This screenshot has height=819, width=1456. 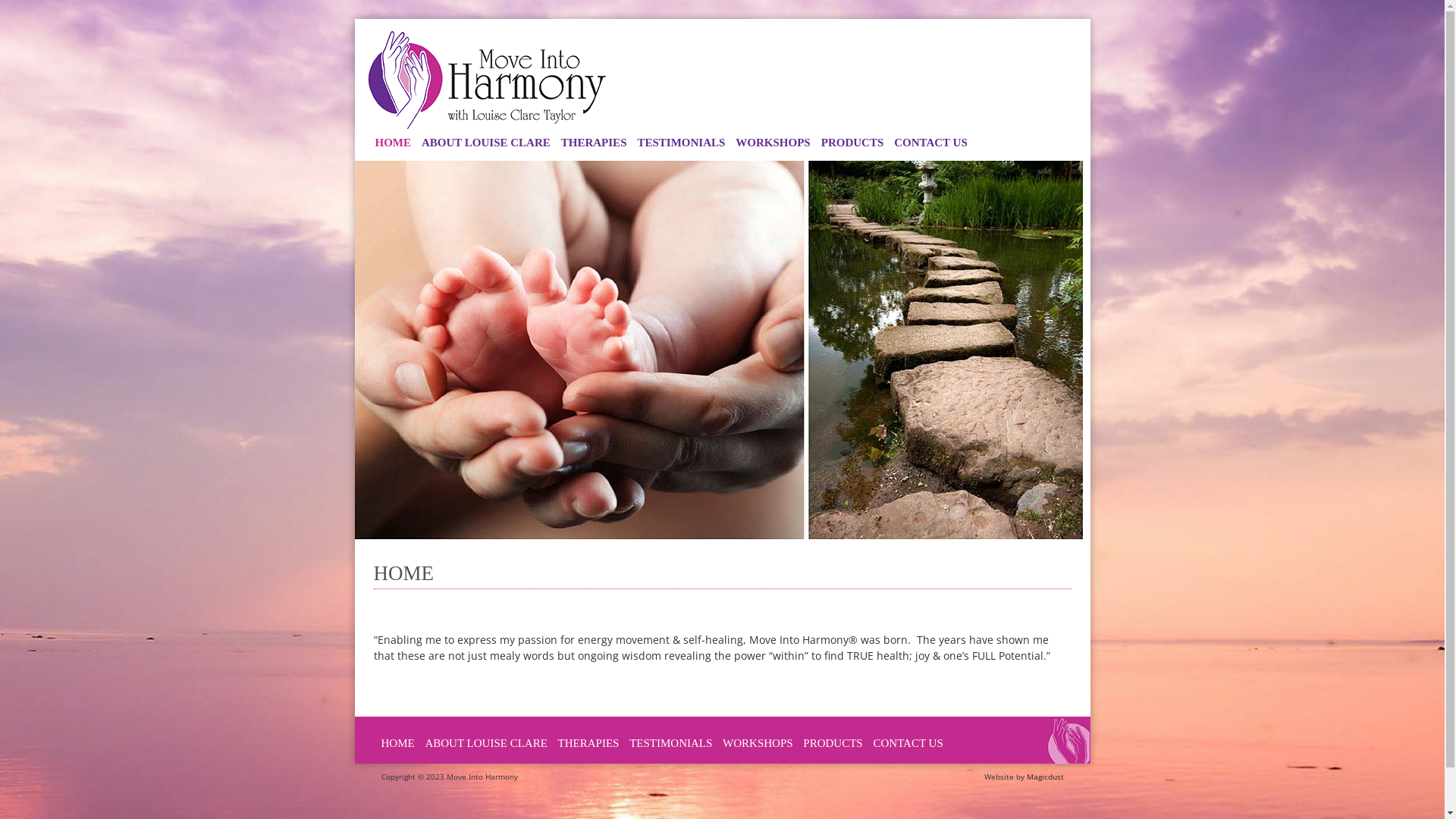 I want to click on 'PRODUCTS', so click(x=852, y=143).